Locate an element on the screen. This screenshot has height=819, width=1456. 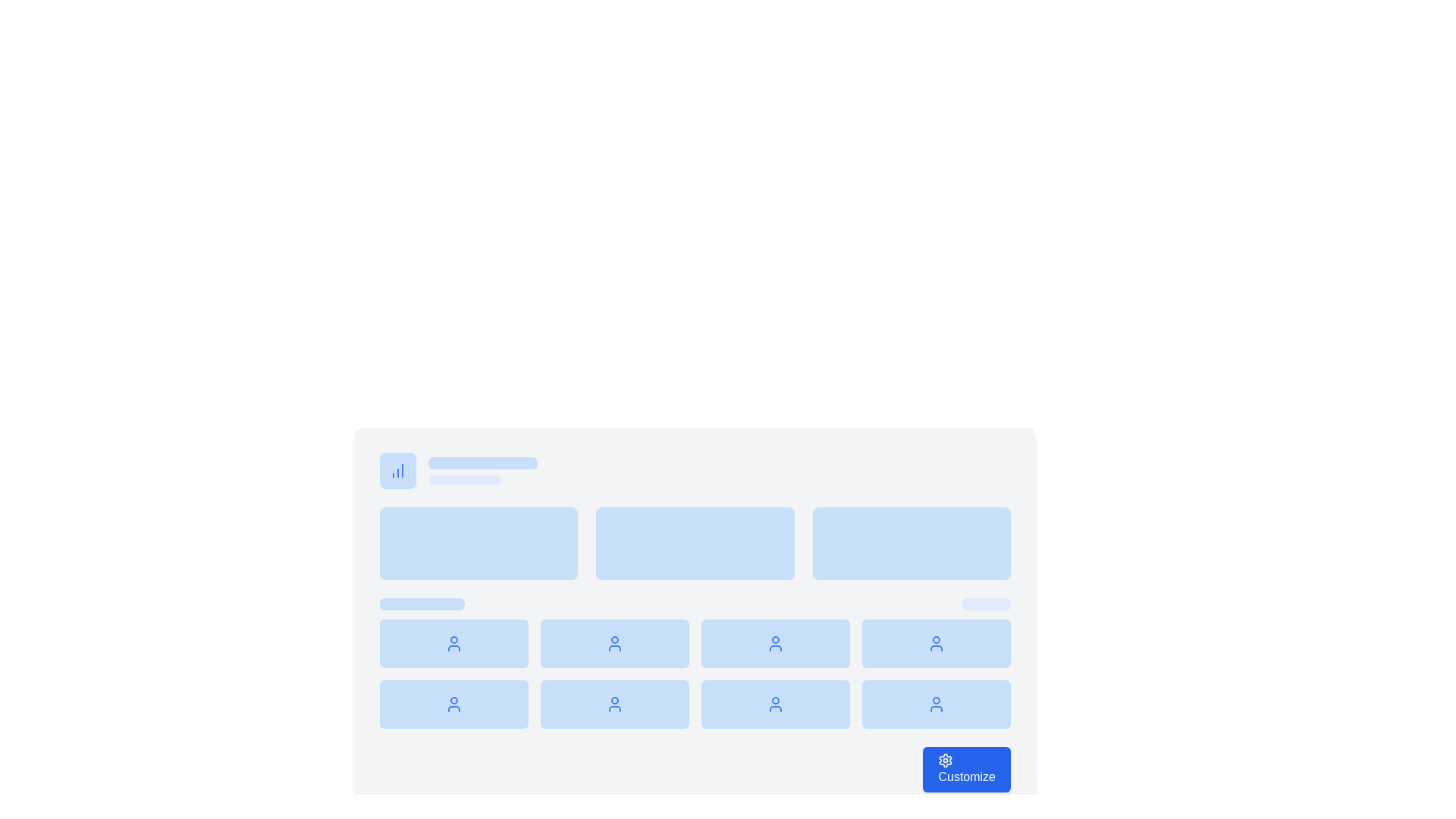
the gear-shaped icon located at the bottom-right of the interface, which is part of the 'Customize' button is located at coordinates (945, 760).